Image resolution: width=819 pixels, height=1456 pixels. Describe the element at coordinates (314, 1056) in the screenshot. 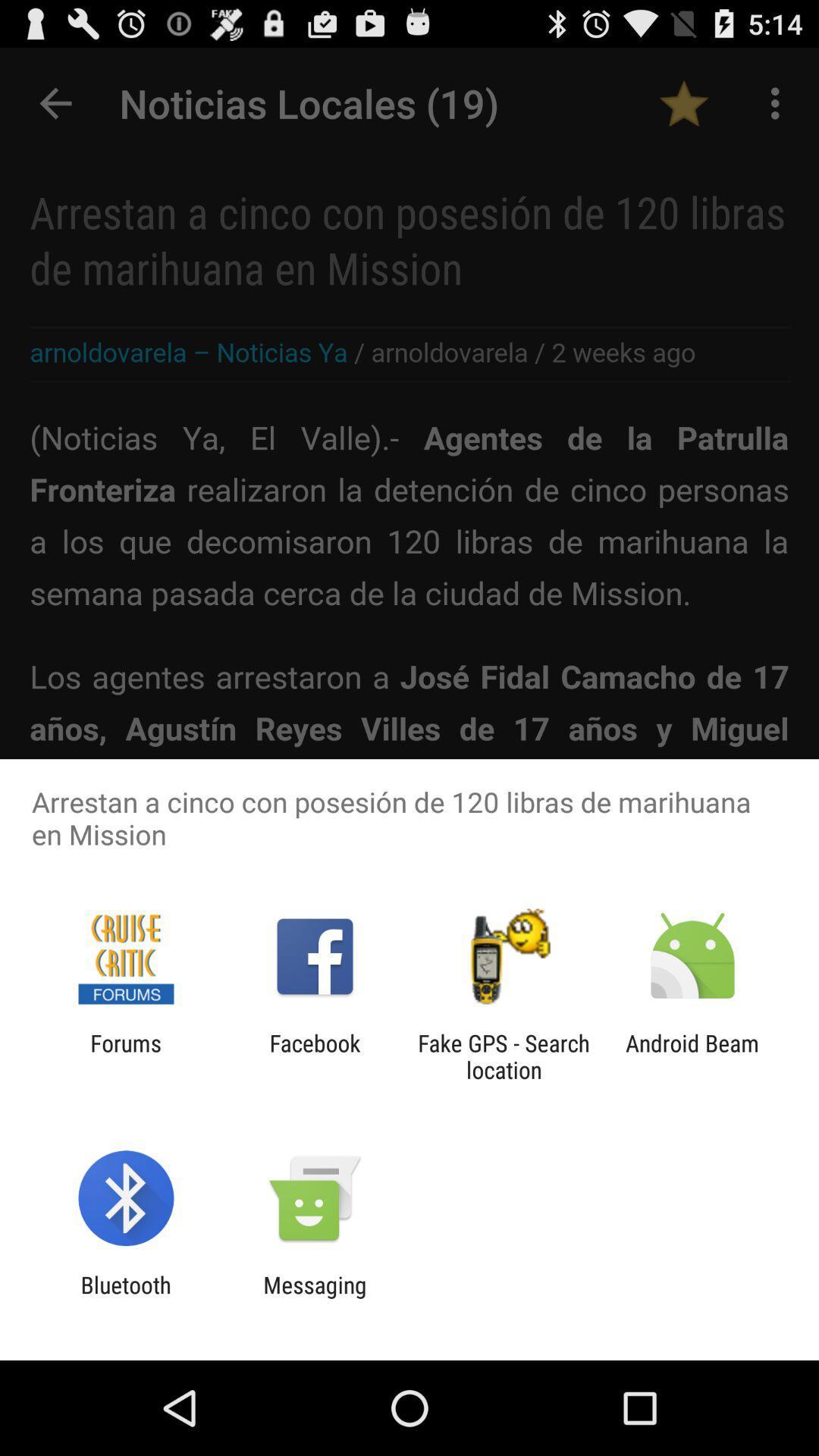

I see `the app next to the fake gps search icon` at that location.